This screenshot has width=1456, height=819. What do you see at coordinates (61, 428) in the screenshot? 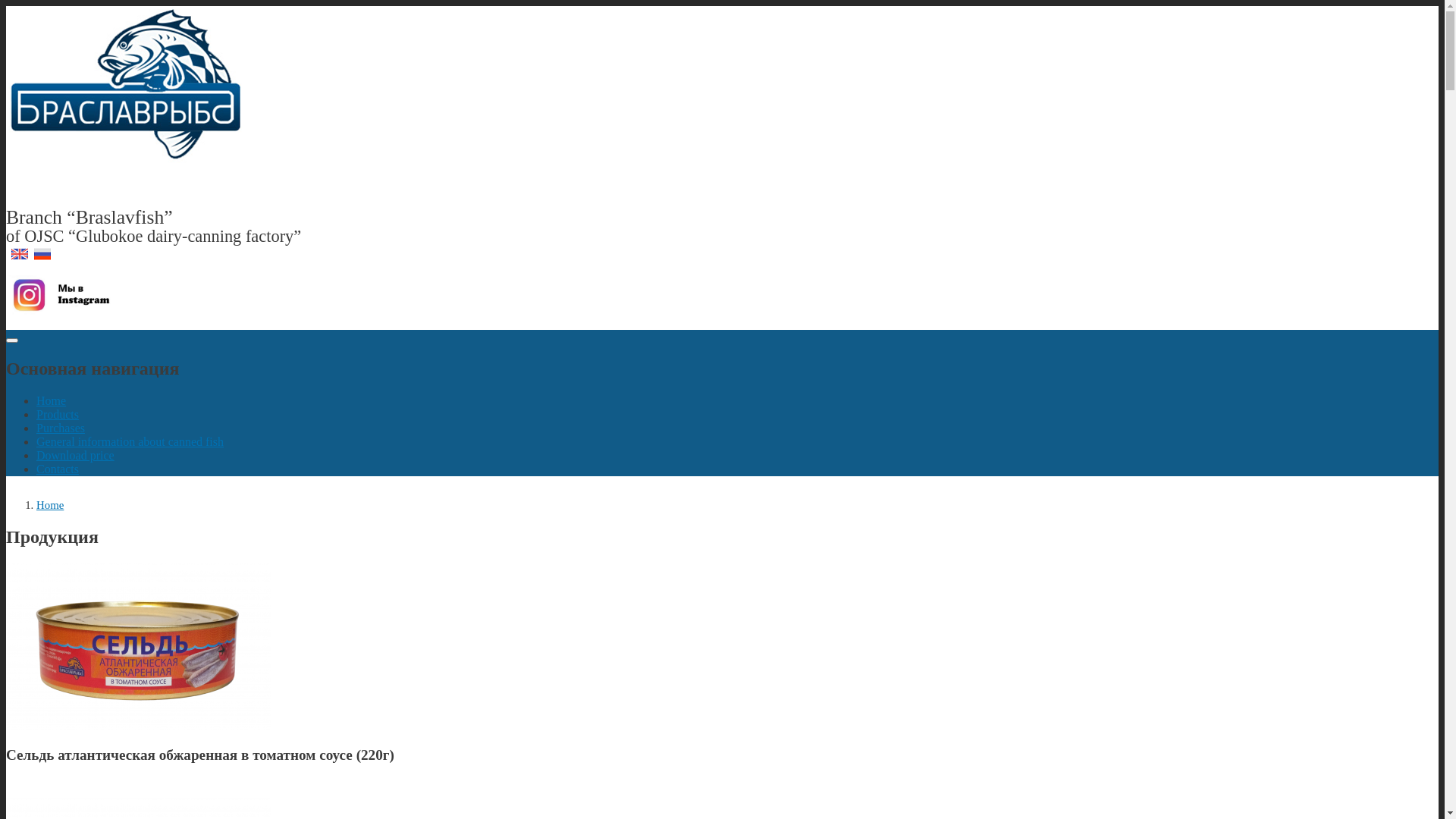
I see `'Purchases'` at bounding box center [61, 428].